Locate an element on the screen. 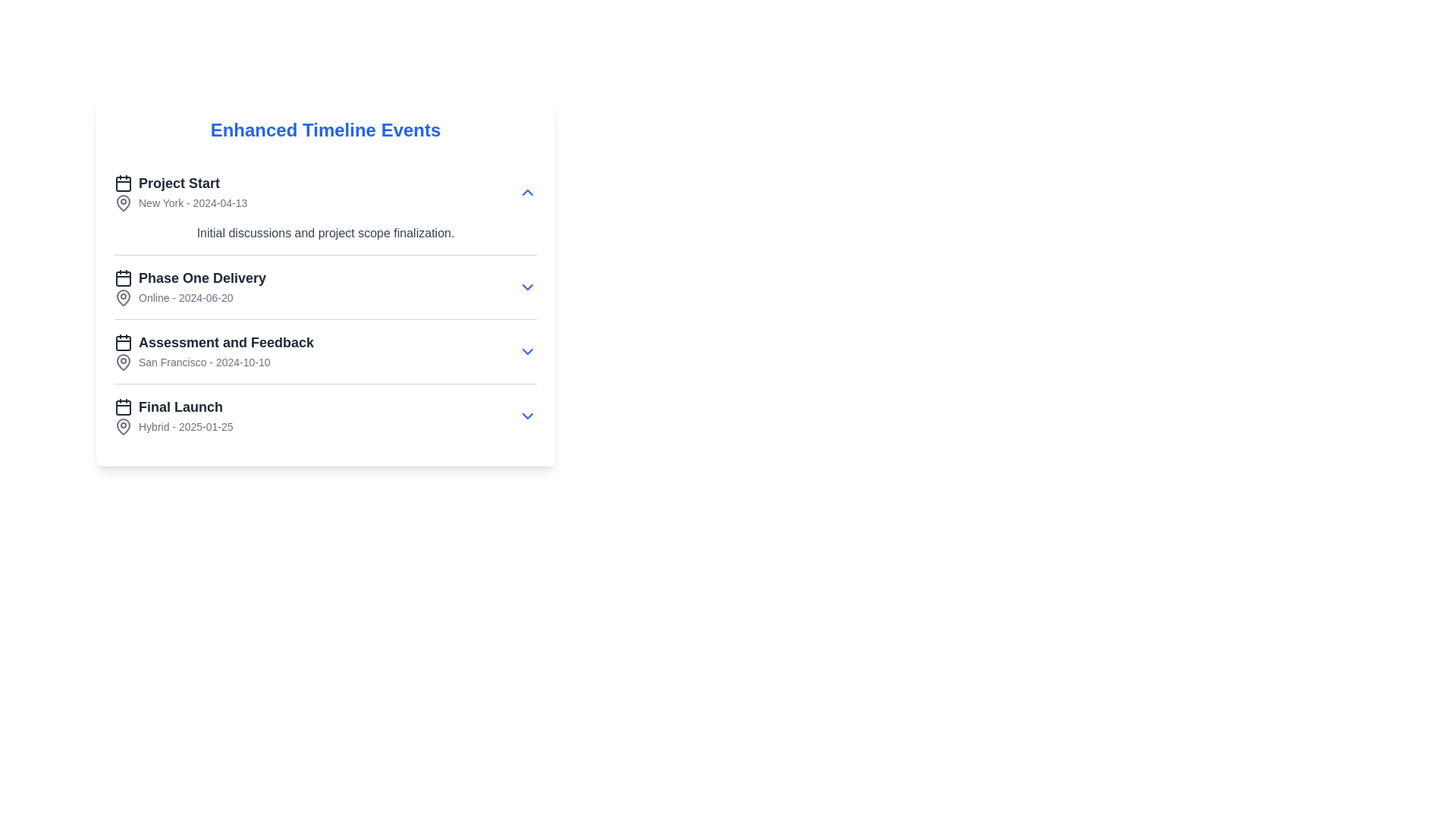 This screenshot has height=819, width=1456. text label component that provides location and date details for the event 'Assessment and Feedback', which is located under the title and aligned with a location pin icon is located at coordinates (213, 362).